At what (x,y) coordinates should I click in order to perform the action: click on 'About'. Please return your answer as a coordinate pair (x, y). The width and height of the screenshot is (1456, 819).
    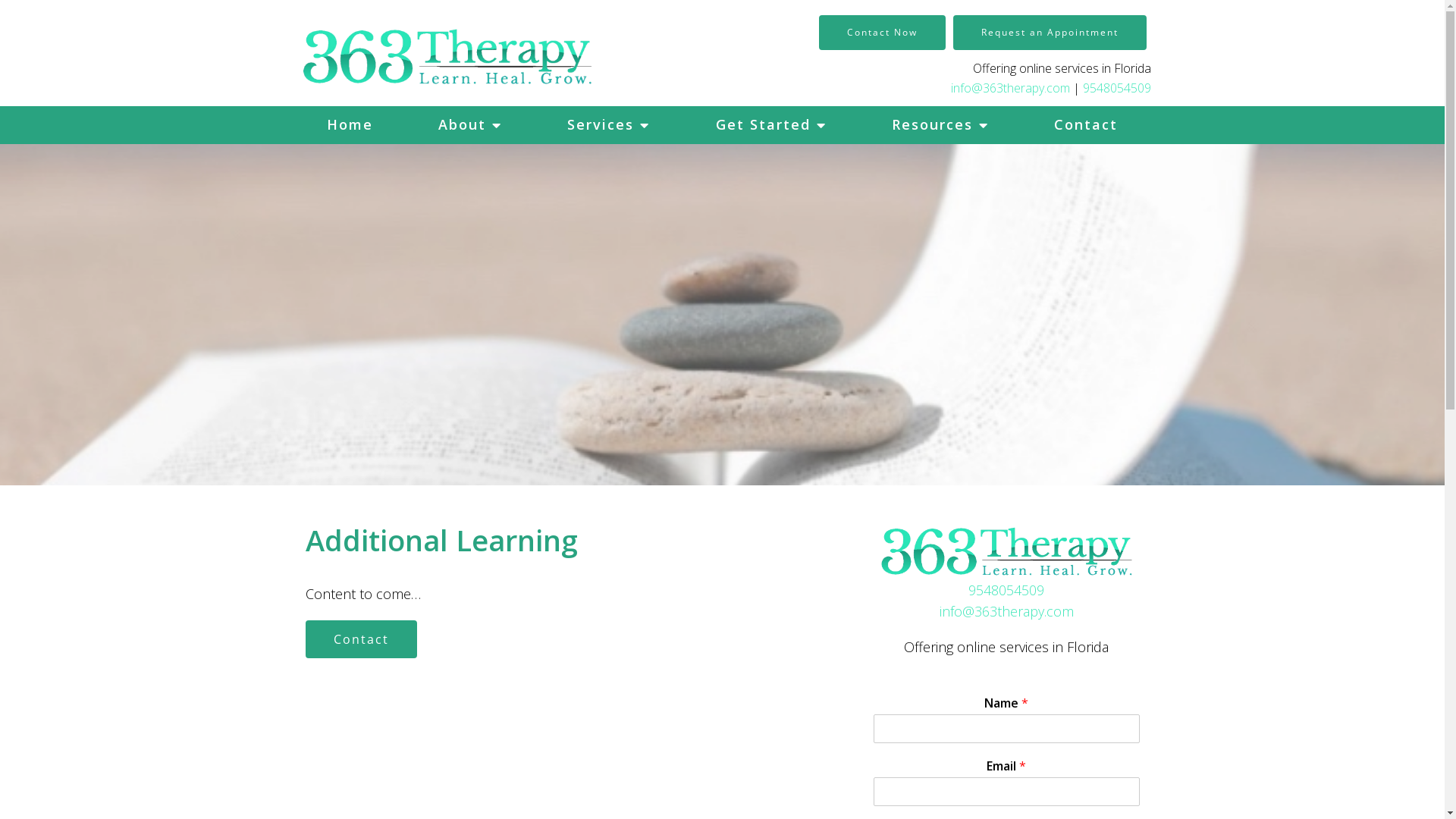
    Looking at the image, I should click on (405, 124).